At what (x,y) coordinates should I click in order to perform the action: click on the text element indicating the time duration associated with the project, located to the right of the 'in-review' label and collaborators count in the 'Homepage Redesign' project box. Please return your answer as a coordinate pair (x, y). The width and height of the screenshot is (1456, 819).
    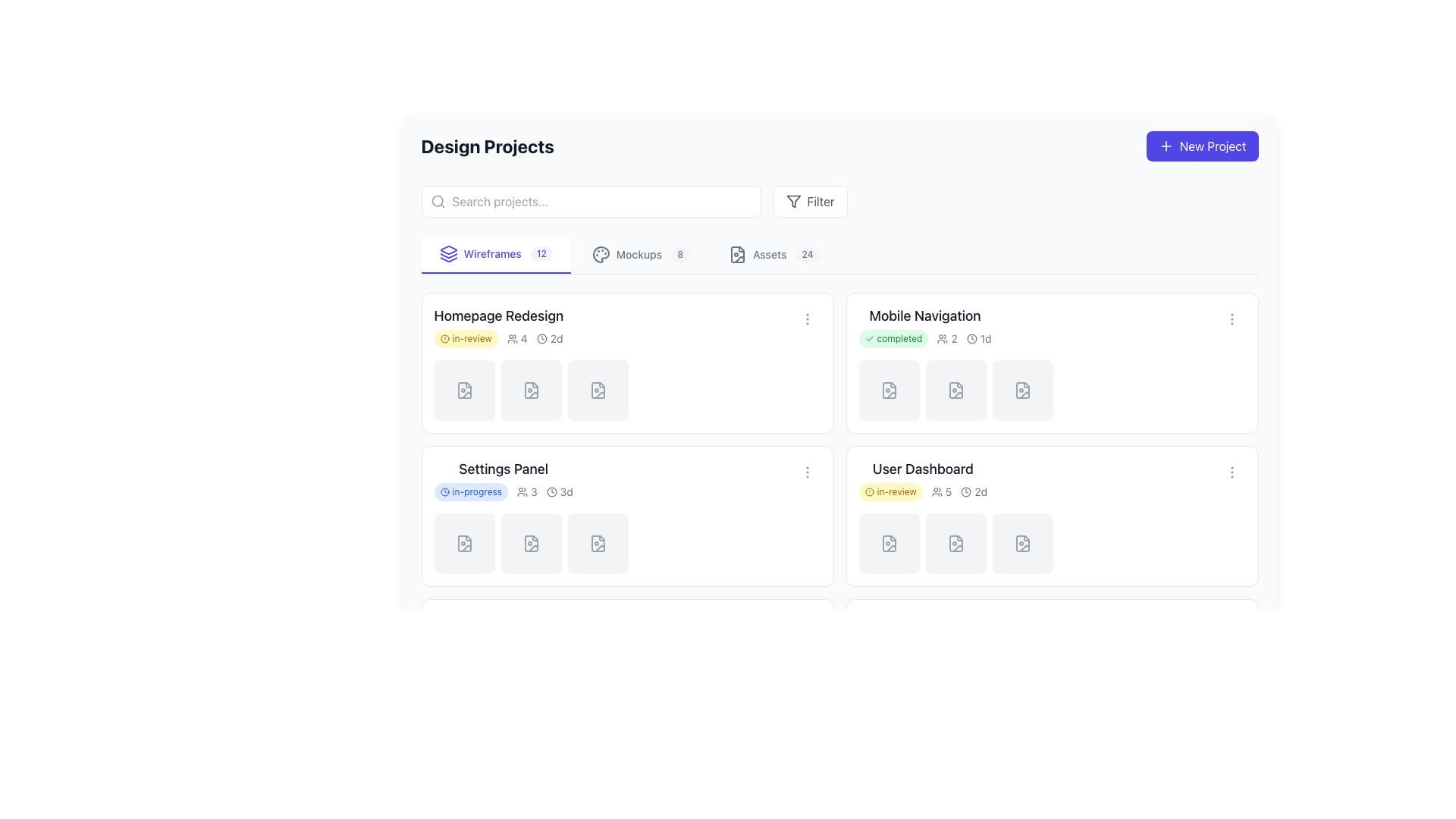
    Looking at the image, I should click on (549, 338).